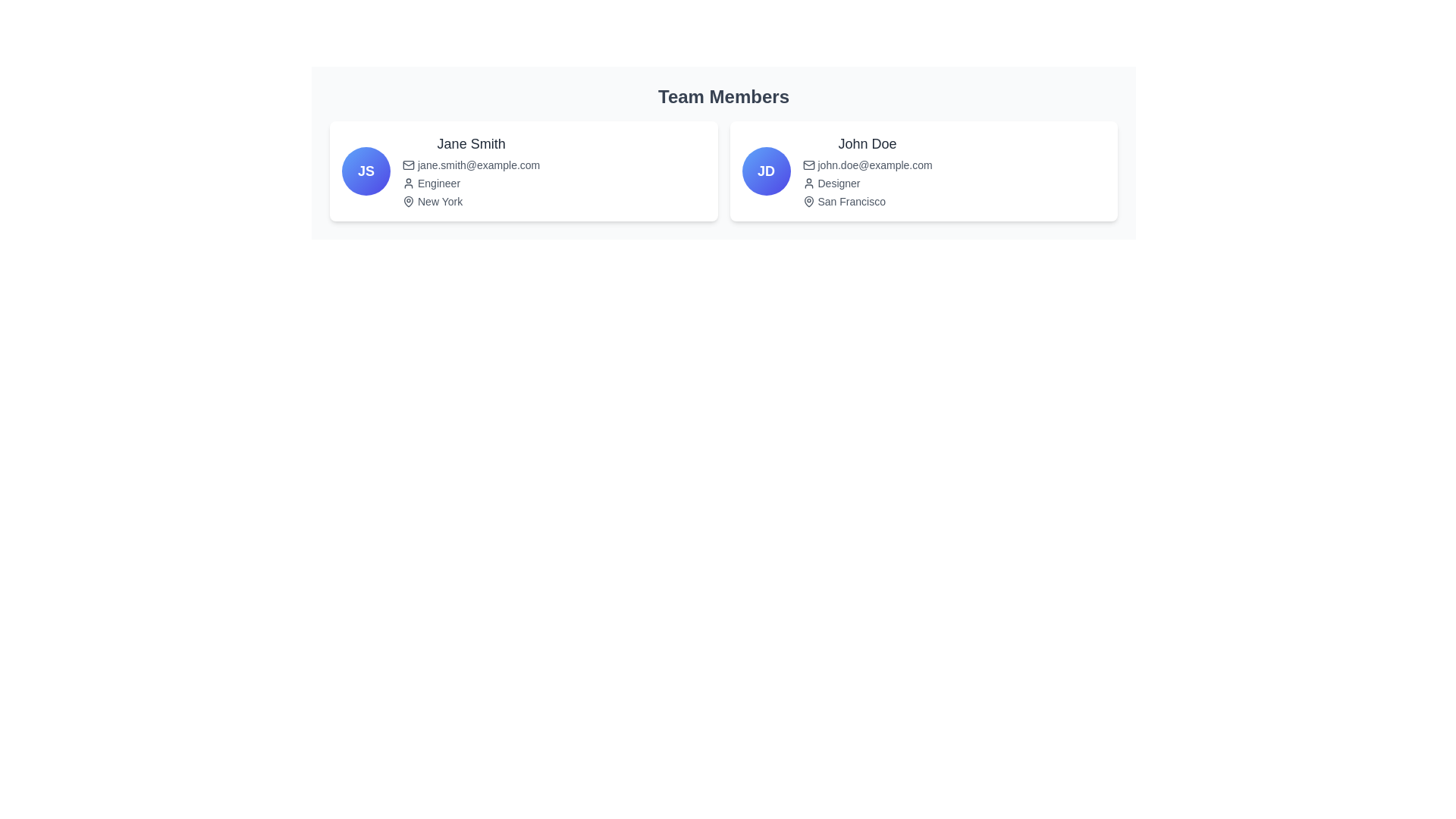 The width and height of the screenshot is (1456, 819). I want to click on the user icon represented as a dark outline of a person, located immediately preceding the text 'Engineer' within Jane Smith's profile card, so click(408, 183).